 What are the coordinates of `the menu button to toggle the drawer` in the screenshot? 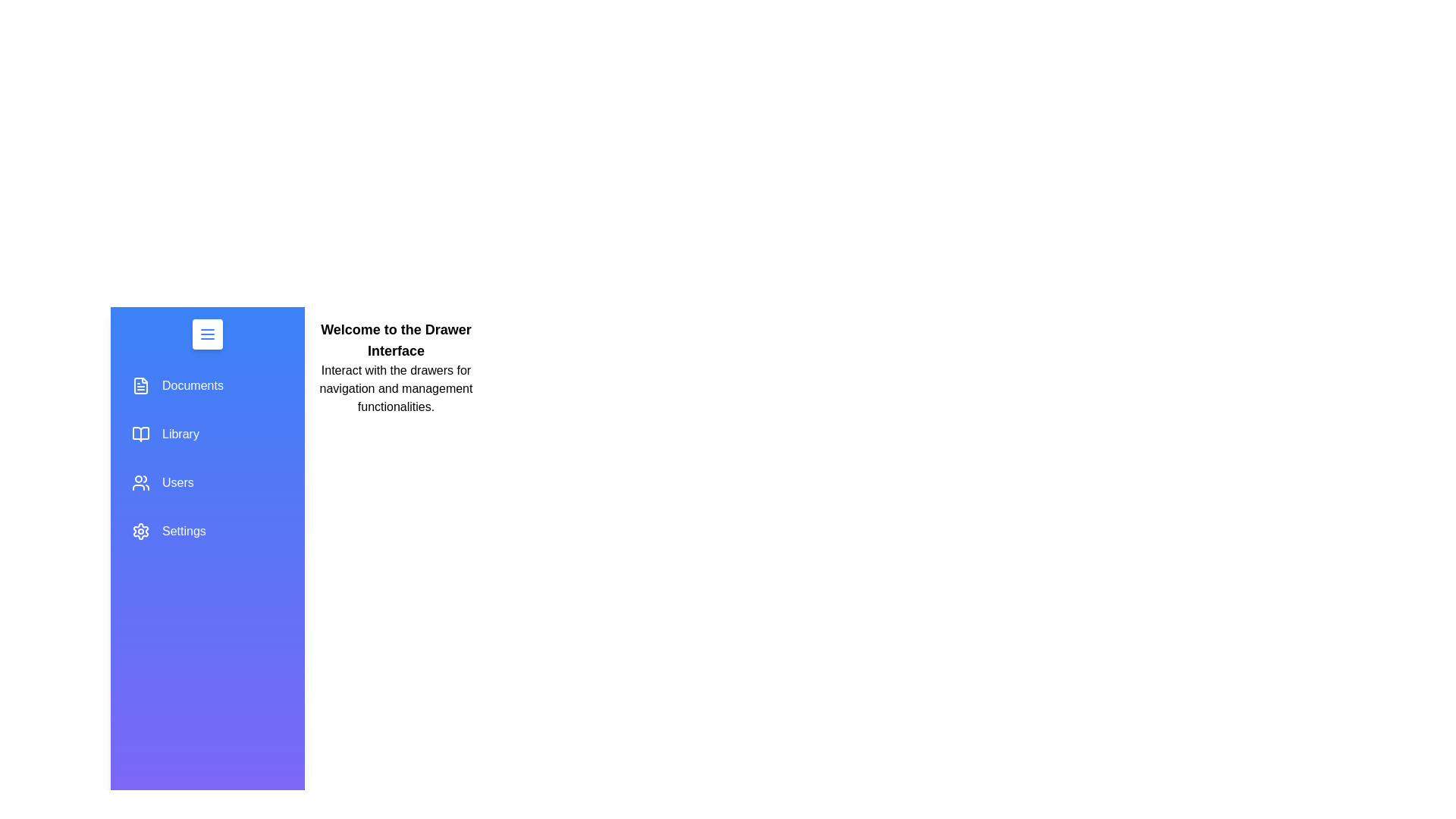 It's located at (206, 333).